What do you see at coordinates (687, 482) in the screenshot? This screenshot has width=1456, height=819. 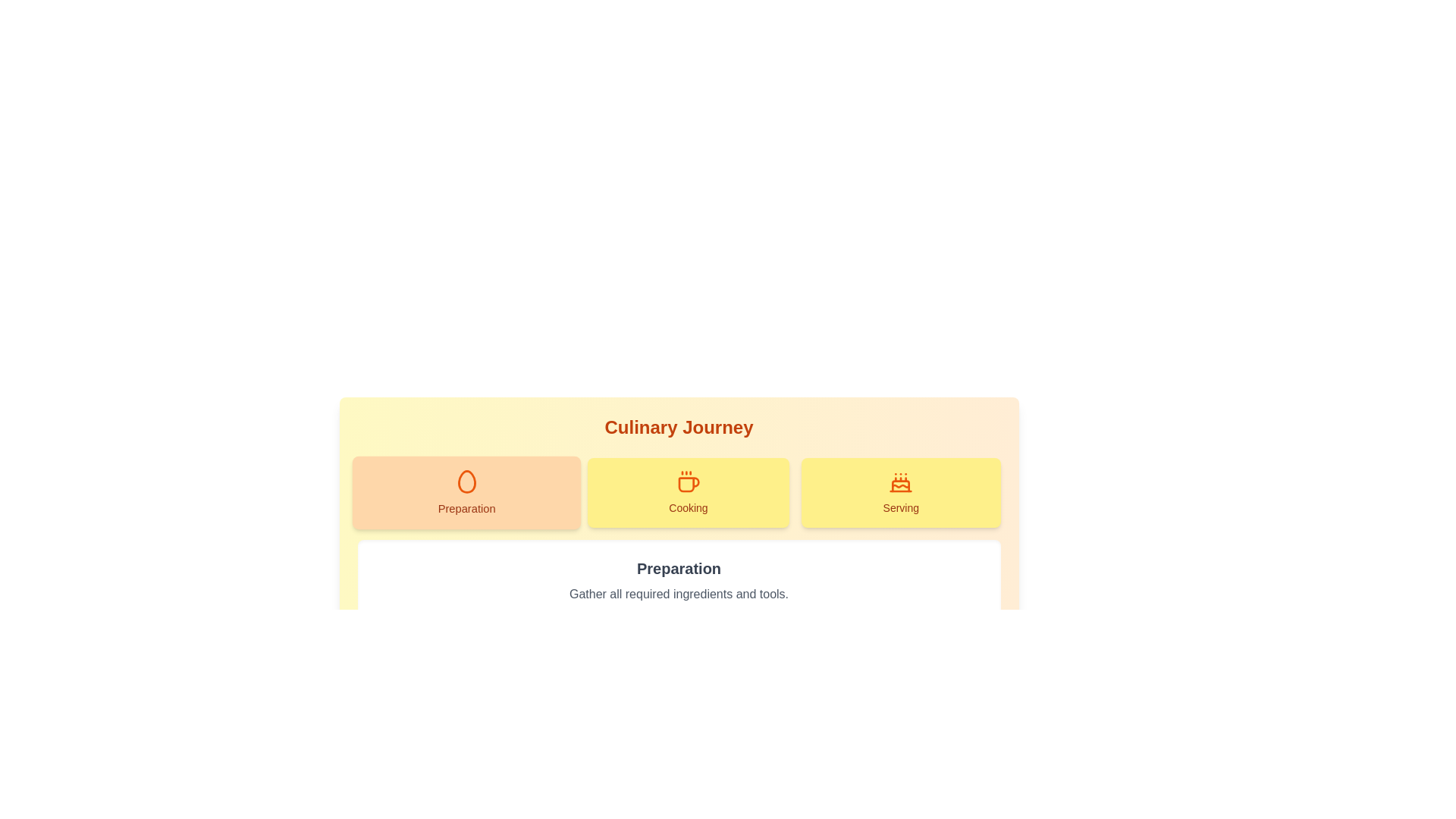 I see `the 'Cooking' section icon, which is centrally located among the three options, to help users identify this category of the interface` at bounding box center [687, 482].